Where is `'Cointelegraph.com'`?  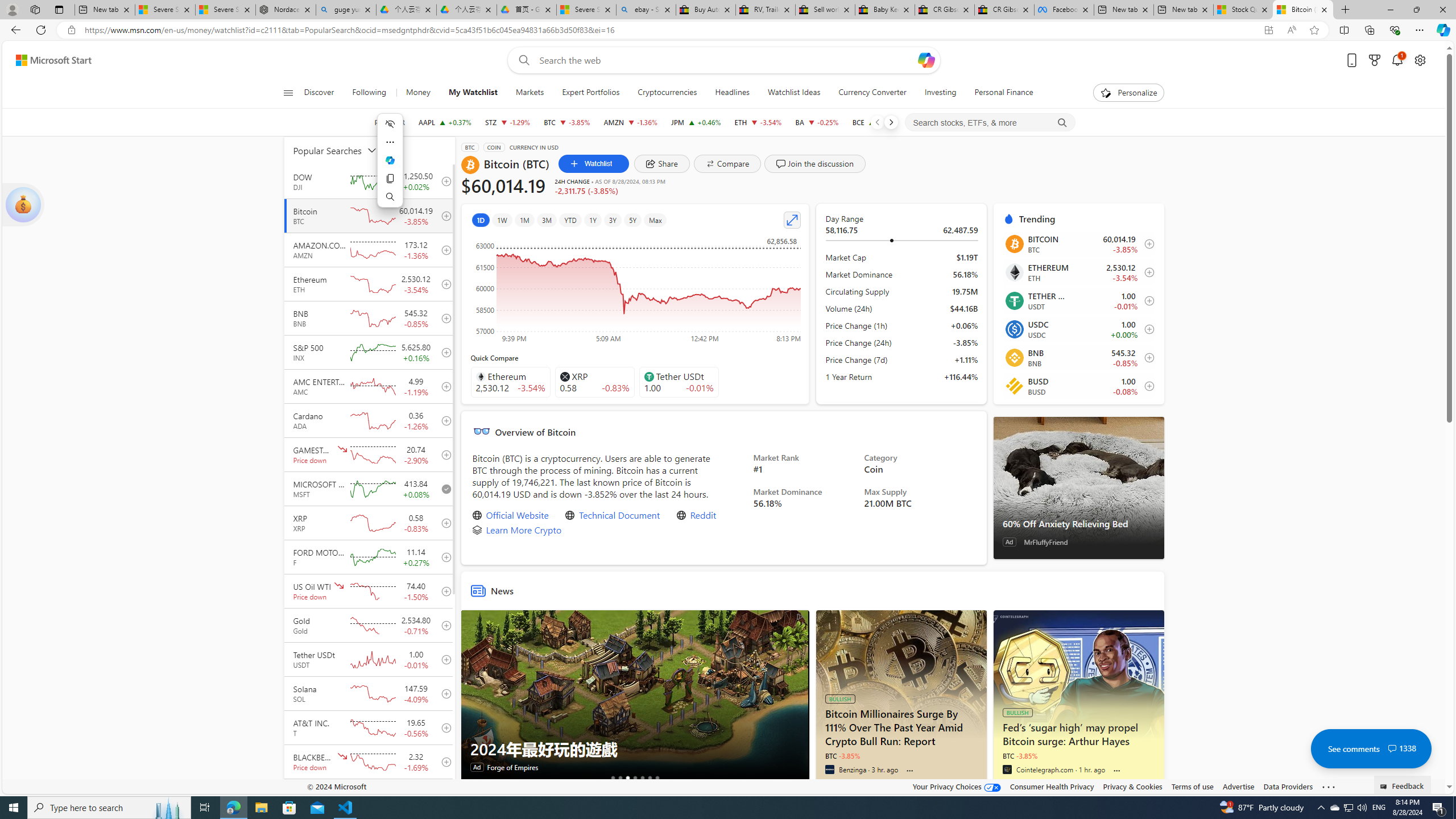 'Cointelegraph.com' is located at coordinates (1006, 768).